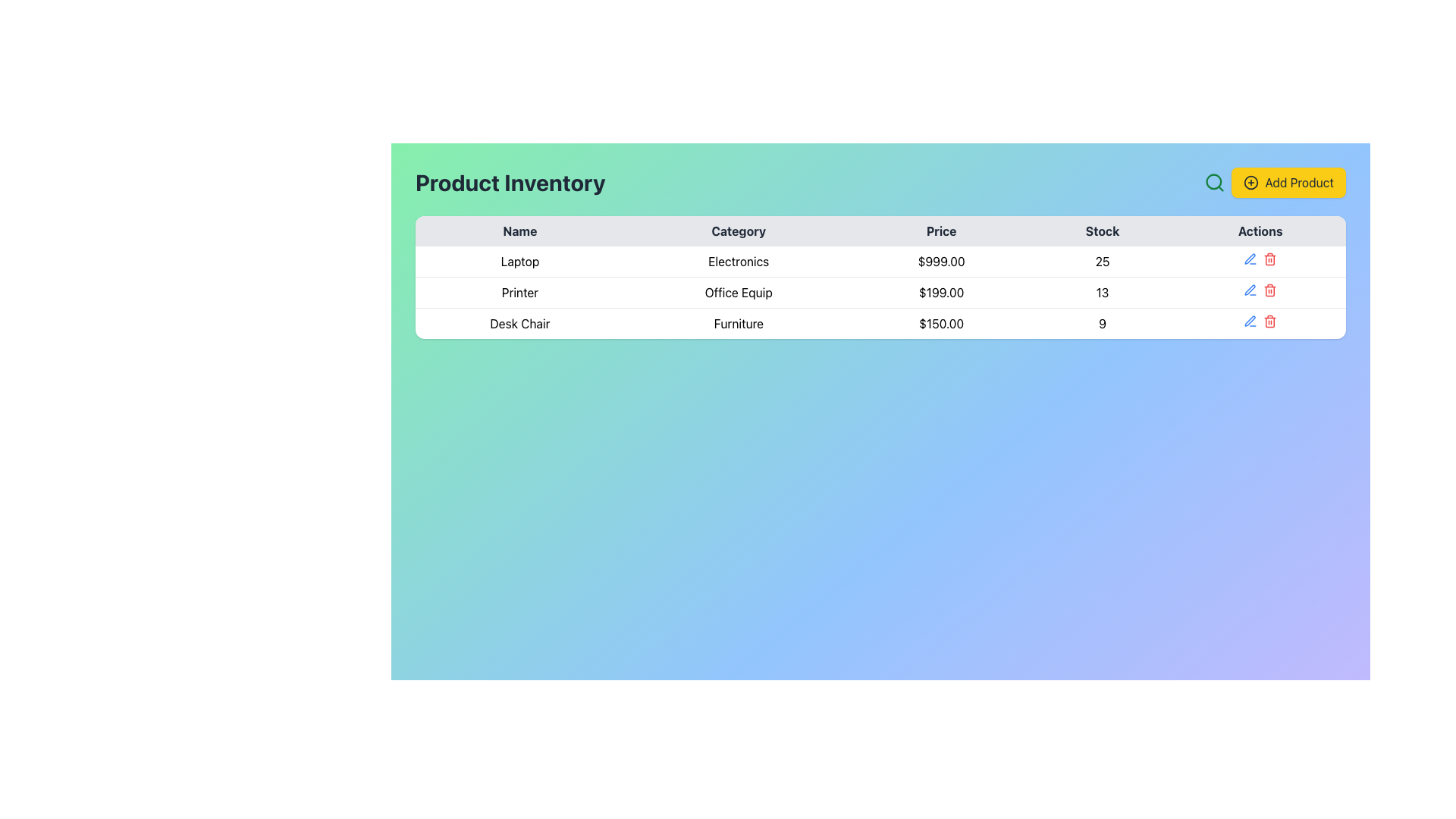 This screenshot has width=1456, height=819. What do you see at coordinates (940, 292) in the screenshot?
I see `the price tag displaying '$199.00' which is located in the 'Price' column of the second row in the table, right next to the 'Office Equip' cell` at bounding box center [940, 292].